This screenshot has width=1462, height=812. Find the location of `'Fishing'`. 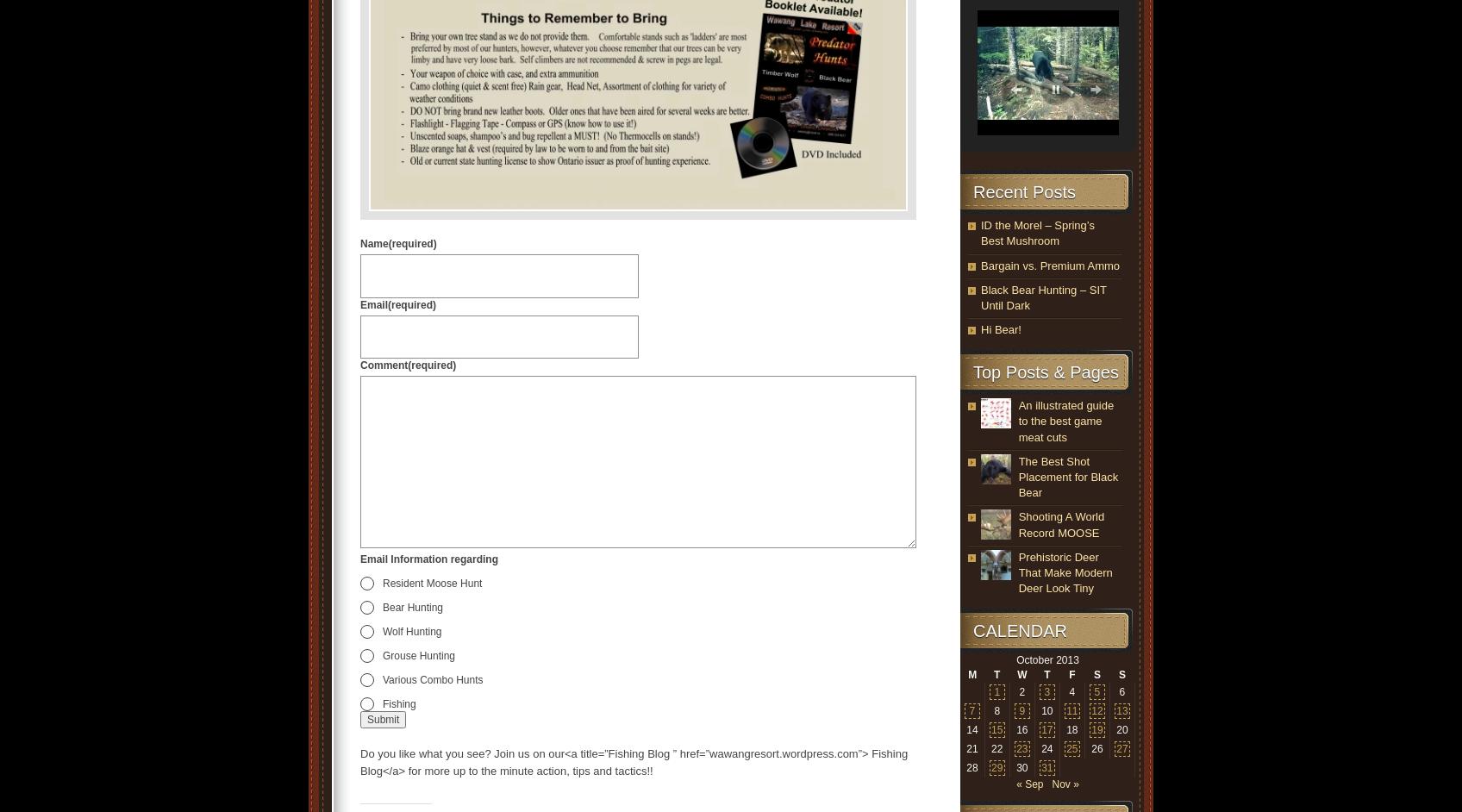

'Fishing' is located at coordinates (399, 703).